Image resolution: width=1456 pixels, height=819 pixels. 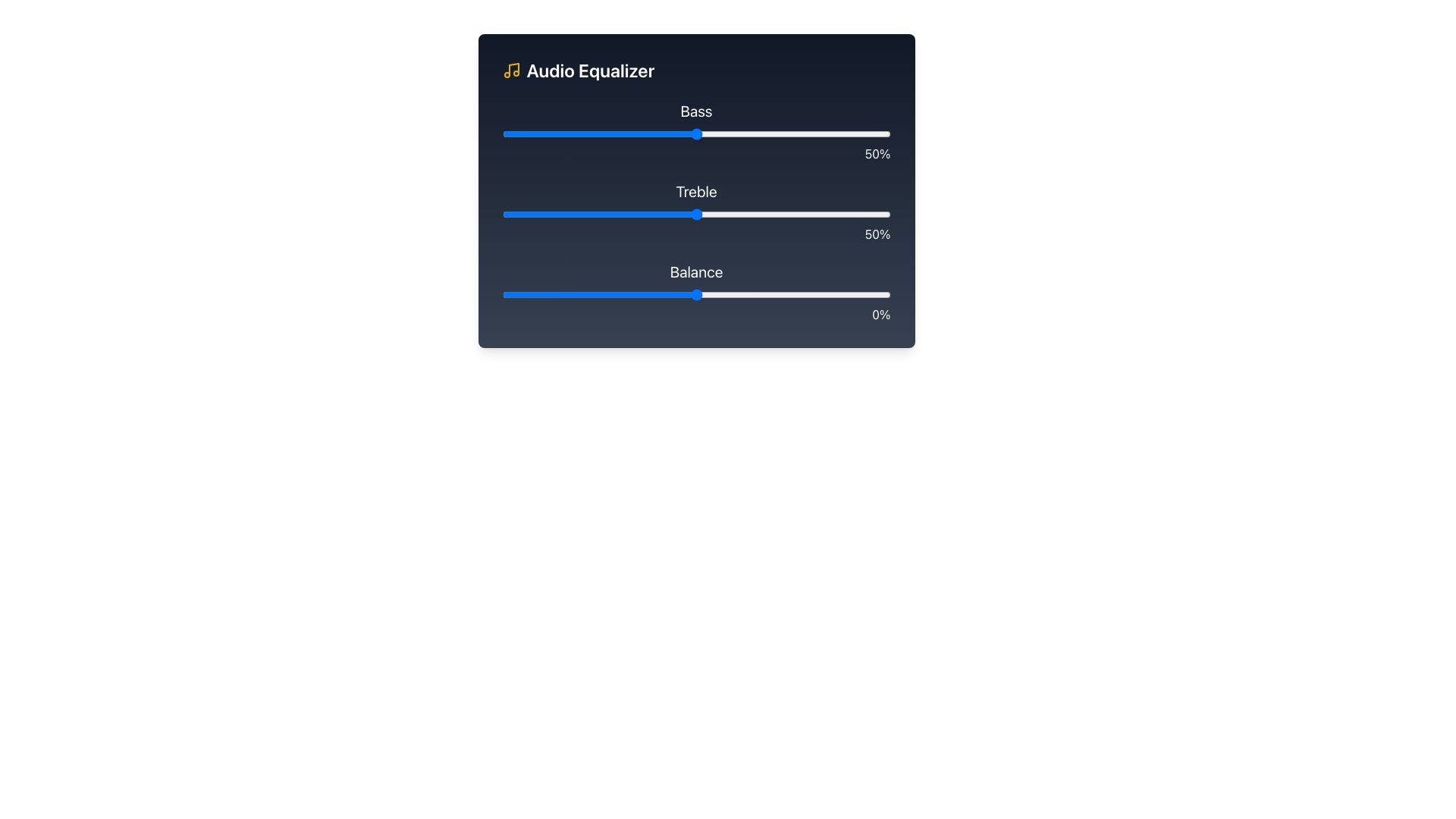 I want to click on balance, so click(x=863, y=295).